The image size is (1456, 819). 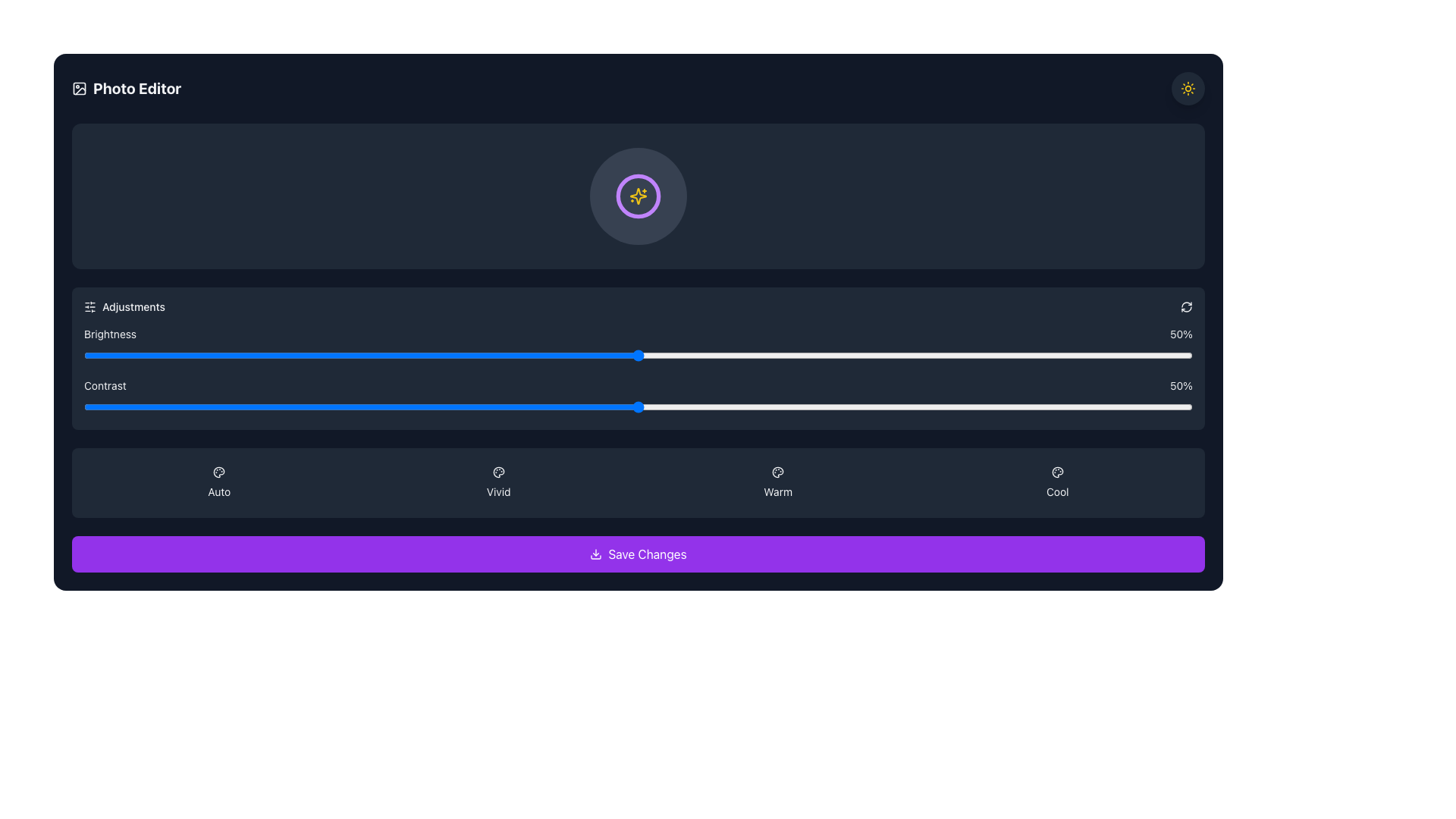 What do you see at coordinates (498, 482) in the screenshot?
I see `the 'Vivid' button located in the bottom row of buttons` at bounding box center [498, 482].